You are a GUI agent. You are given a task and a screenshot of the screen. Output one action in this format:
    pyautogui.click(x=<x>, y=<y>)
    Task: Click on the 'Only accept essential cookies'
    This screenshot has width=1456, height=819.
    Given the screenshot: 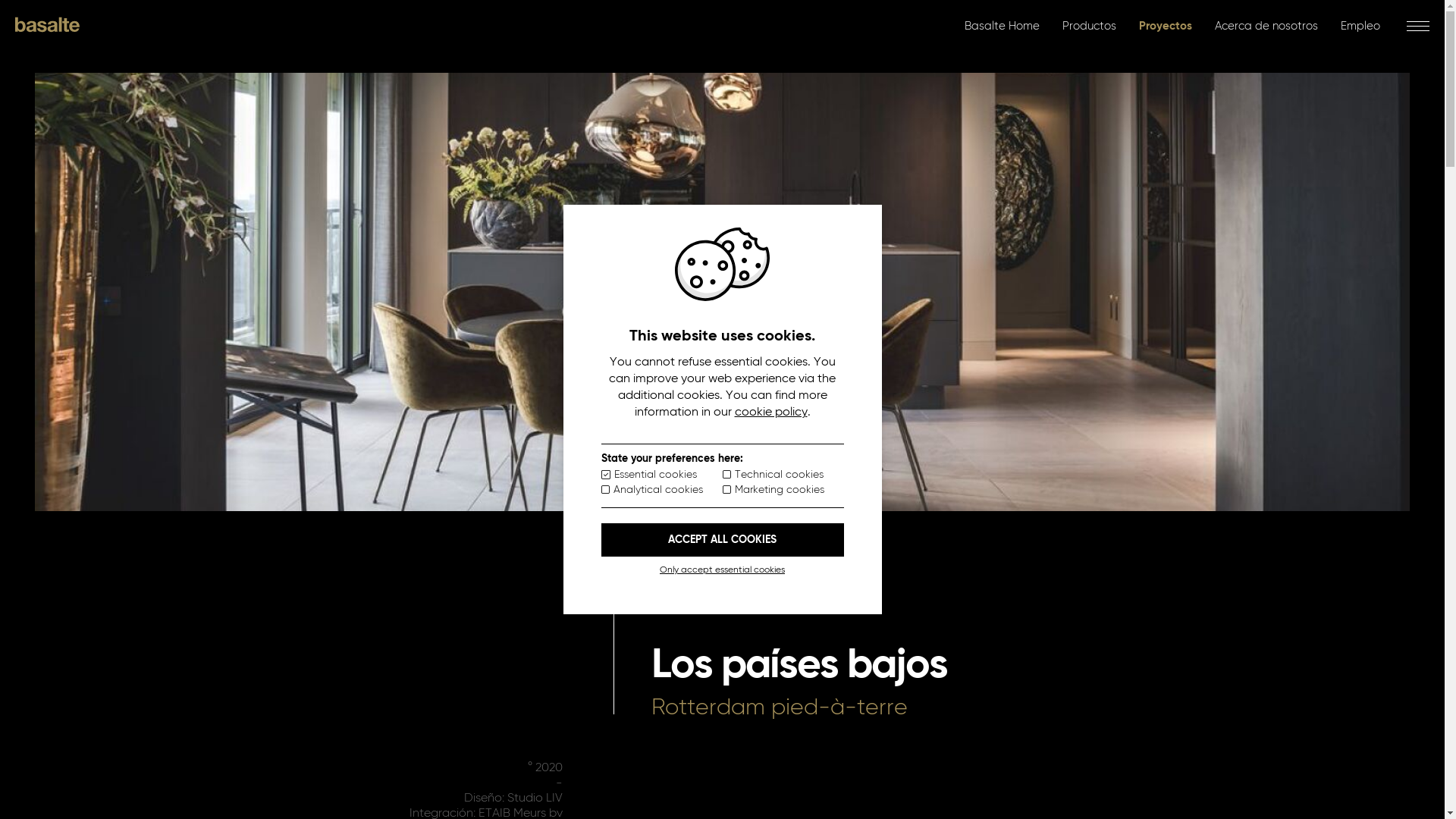 What is the action you would take?
    pyautogui.click(x=720, y=570)
    